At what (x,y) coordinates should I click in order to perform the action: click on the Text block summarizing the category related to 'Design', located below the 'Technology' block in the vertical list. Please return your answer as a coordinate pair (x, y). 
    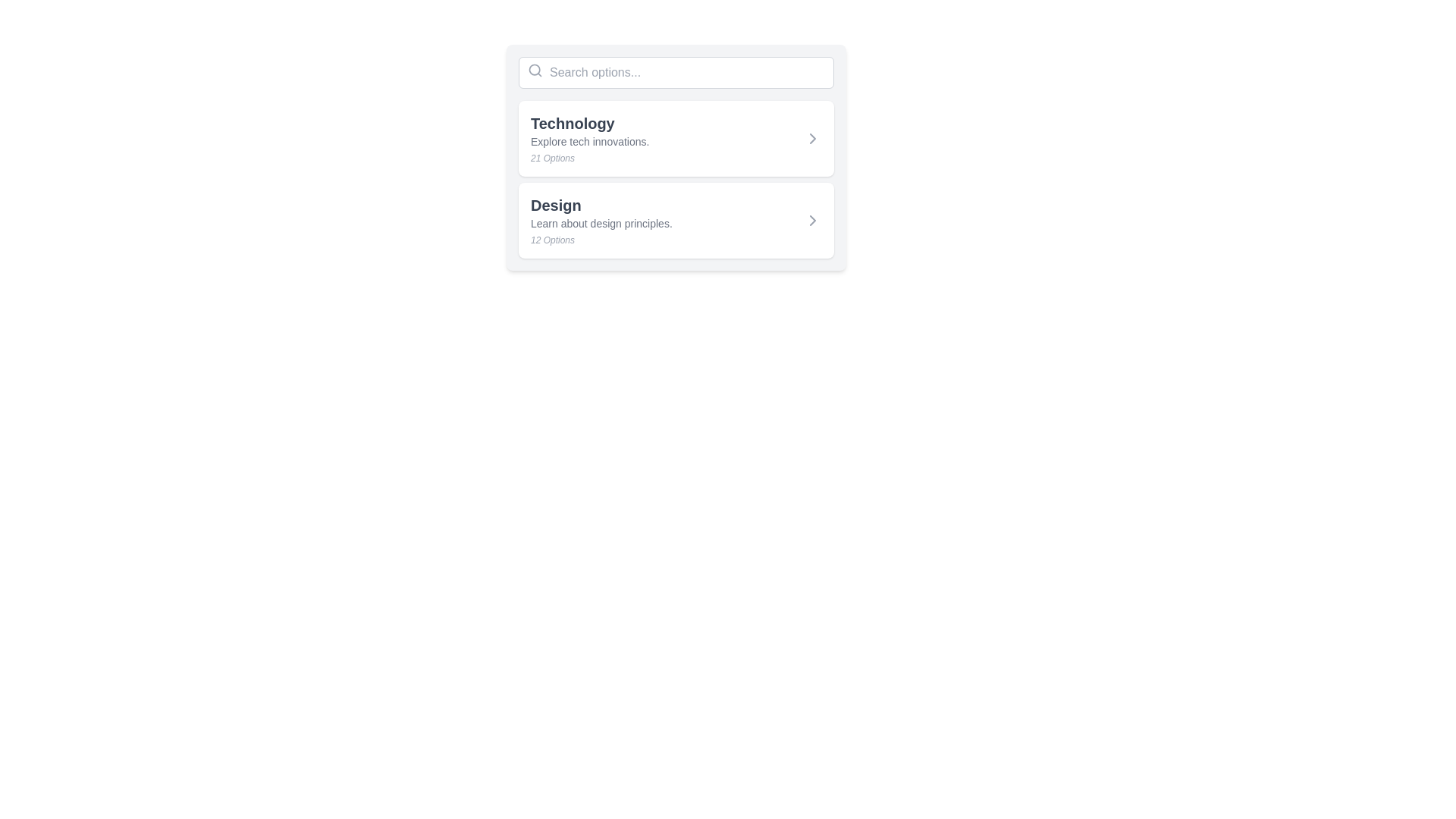
    Looking at the image, I should click on (601, 220).